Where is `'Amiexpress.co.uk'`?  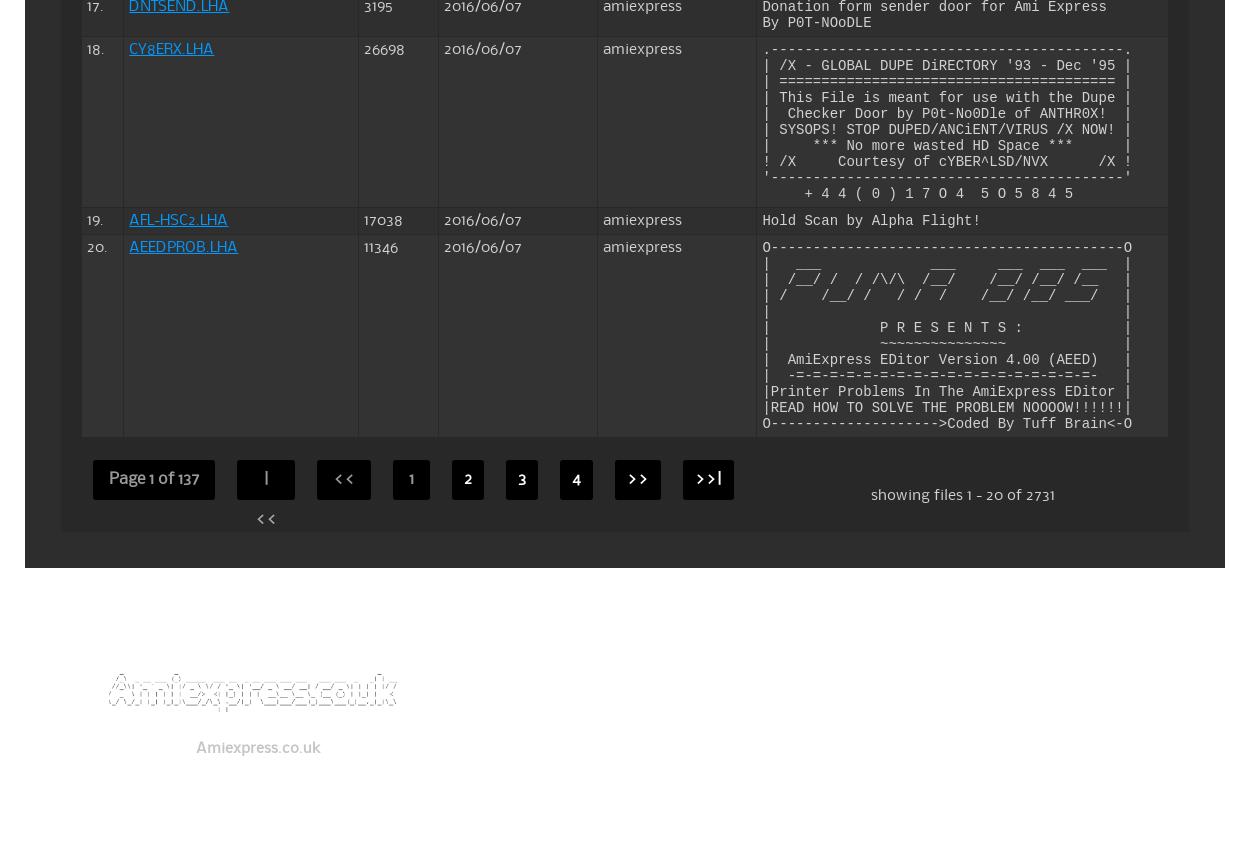 'Amiexpress.co.uk' is located at coordinates (257, 748).